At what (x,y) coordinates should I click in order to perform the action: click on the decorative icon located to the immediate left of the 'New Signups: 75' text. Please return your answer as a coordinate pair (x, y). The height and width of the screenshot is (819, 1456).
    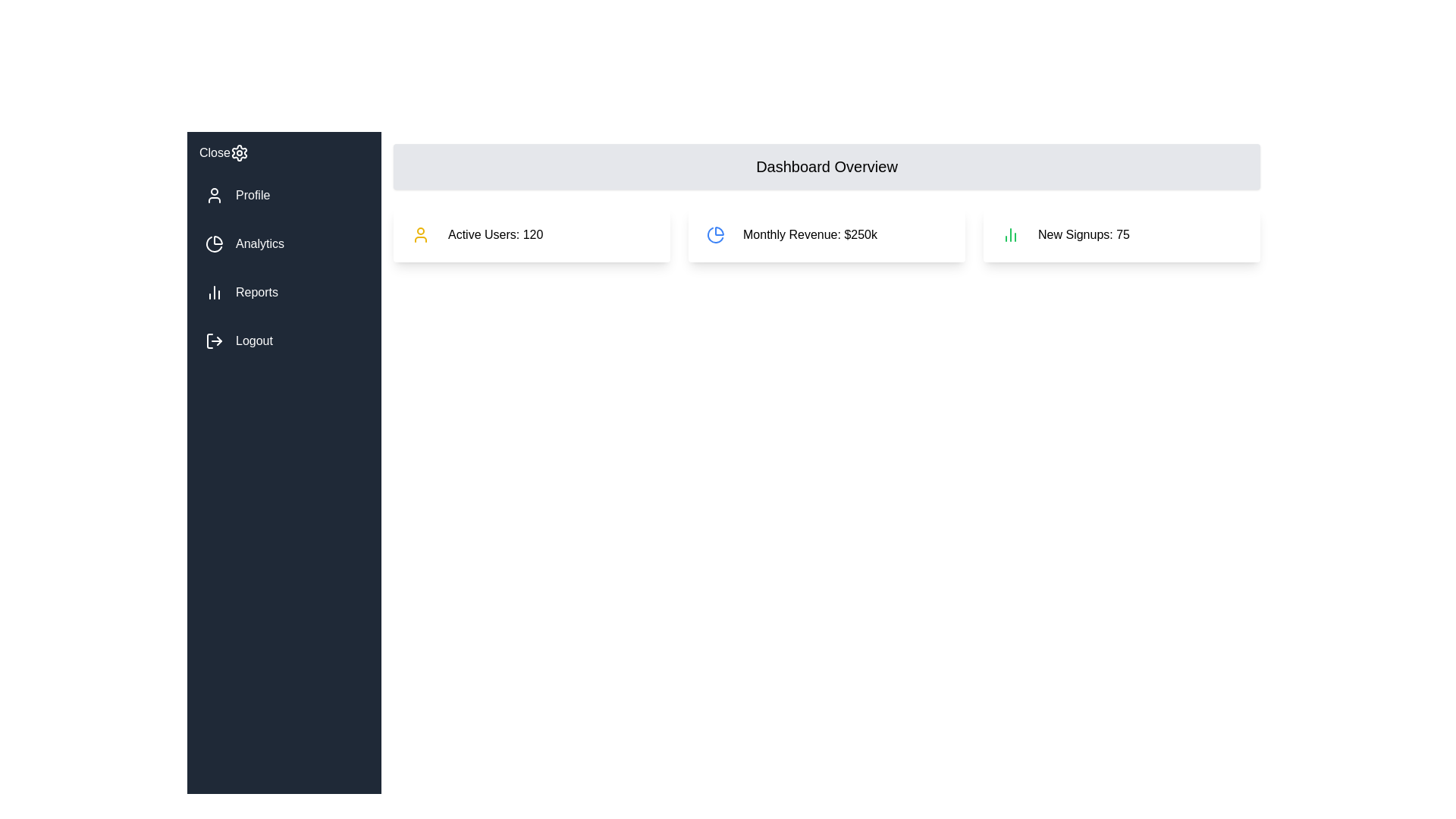
    Looking at the image, I should click on (1011, 234).